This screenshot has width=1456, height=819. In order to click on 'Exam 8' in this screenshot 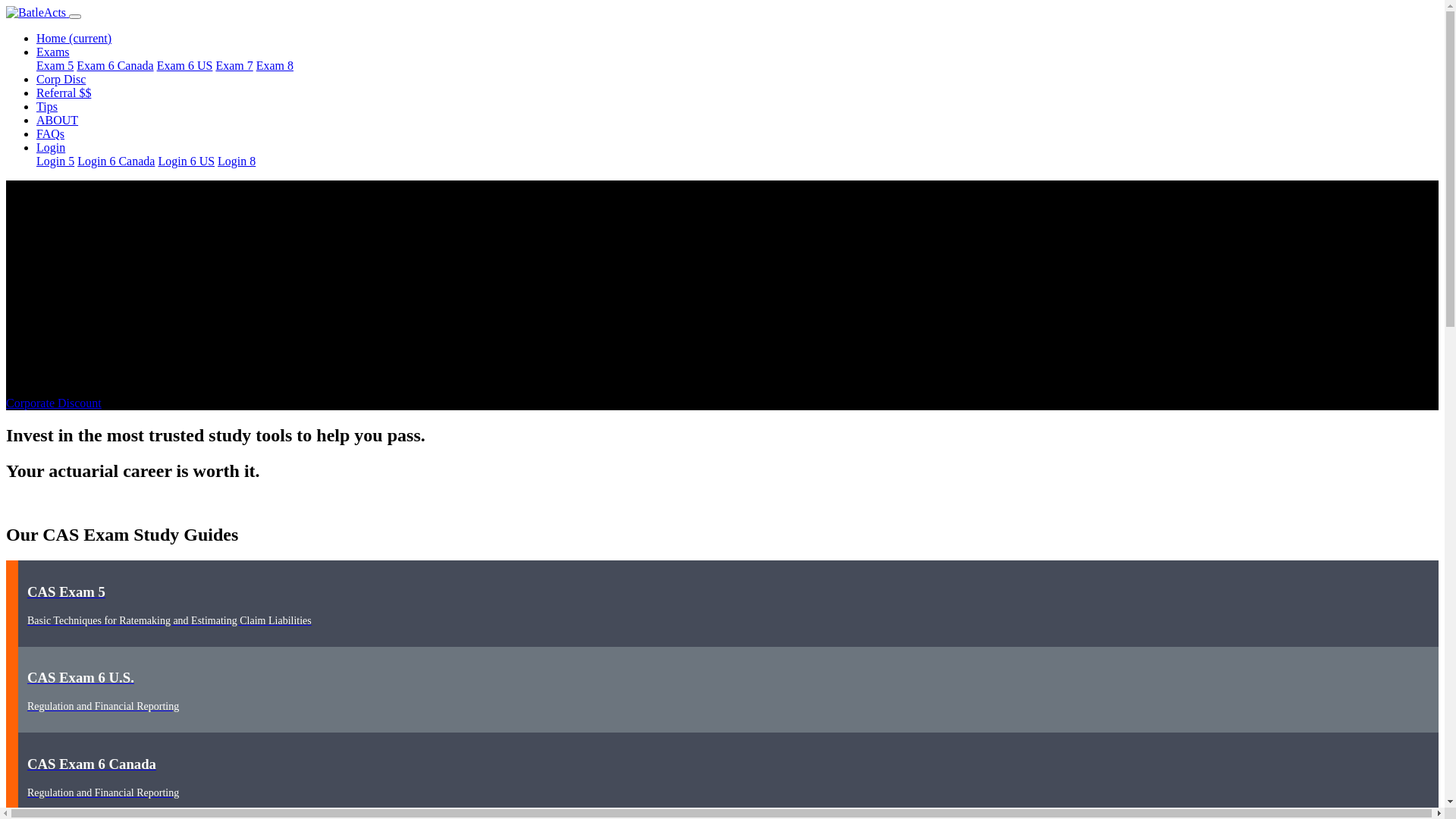, I will do `click(256, 64)`.